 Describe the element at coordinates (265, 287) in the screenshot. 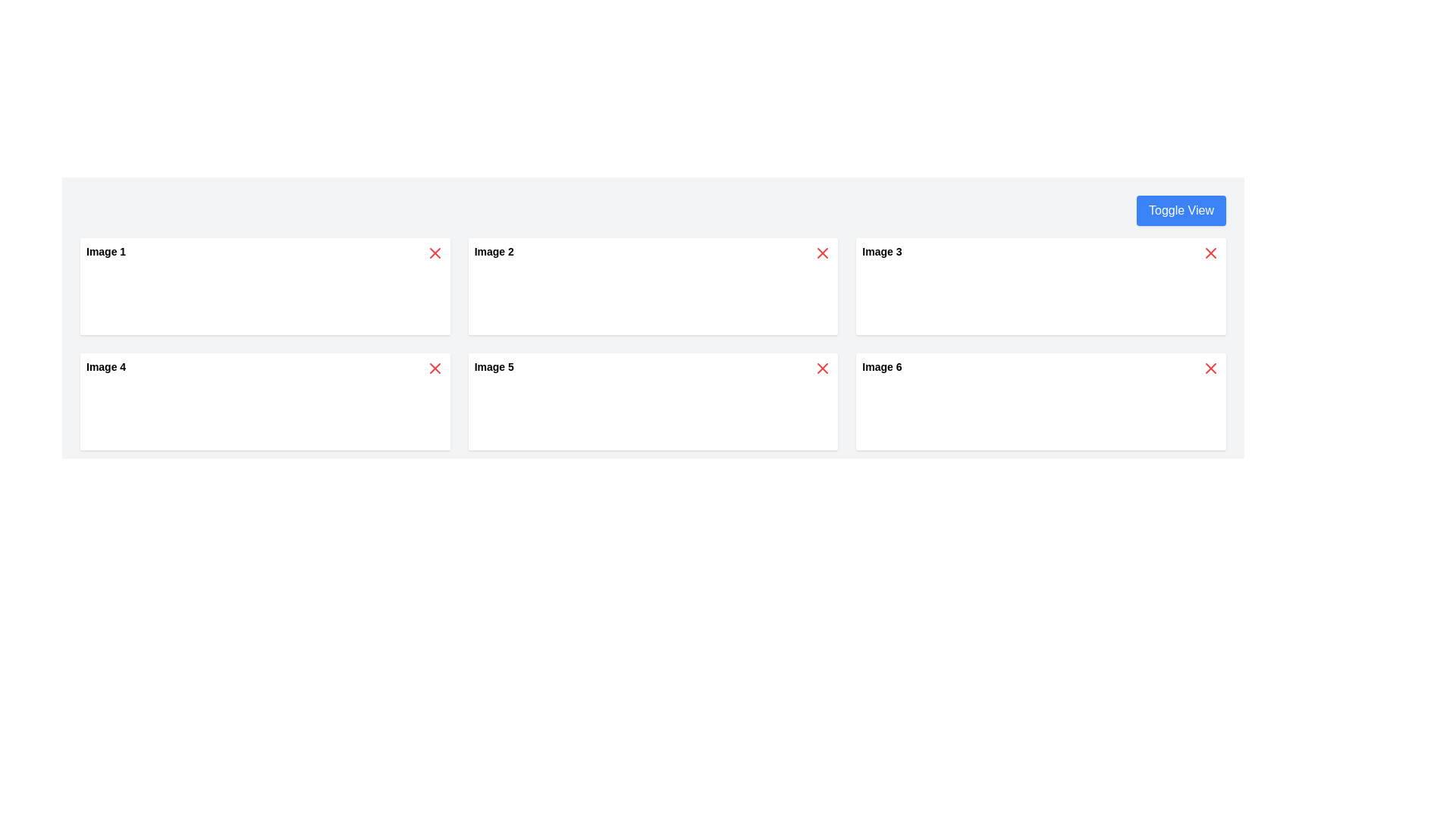

I see `the first card in the grid layout` at that location.